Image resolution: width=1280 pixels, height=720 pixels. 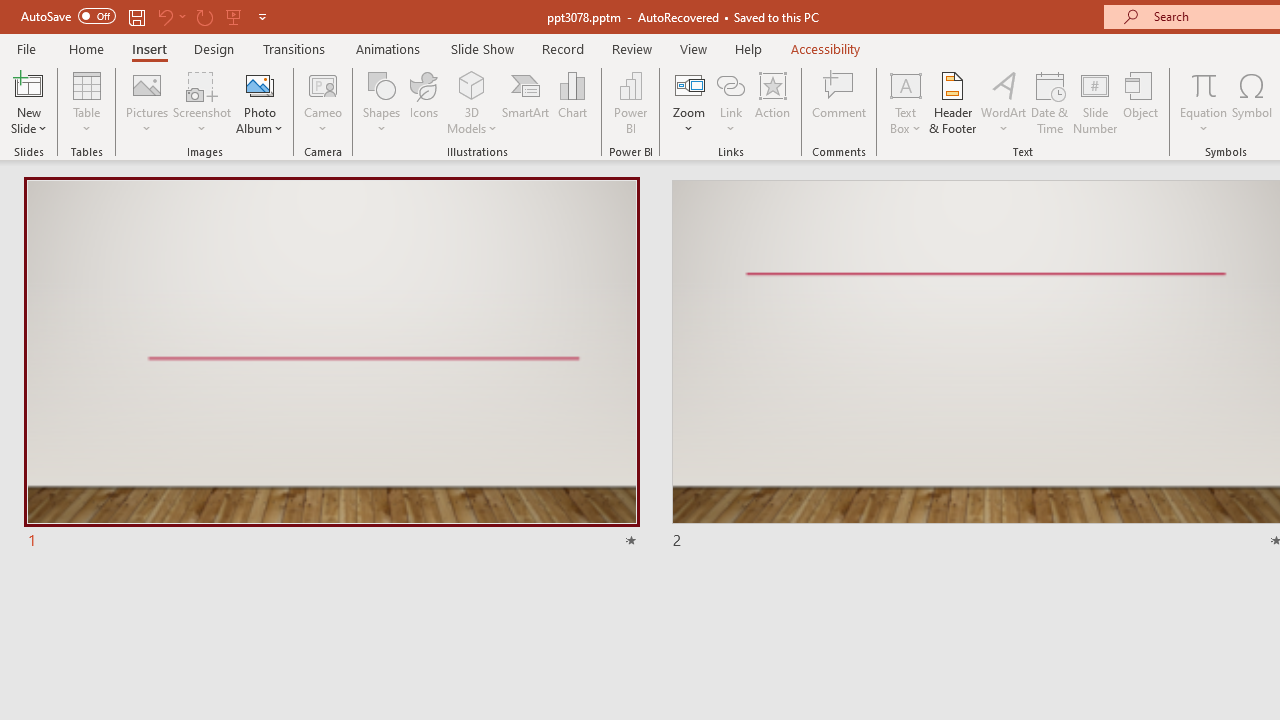 What do you see at coordinates (571, 103) in the screenshot?
I see `'Chart...'` at bounding box center [571, 103].